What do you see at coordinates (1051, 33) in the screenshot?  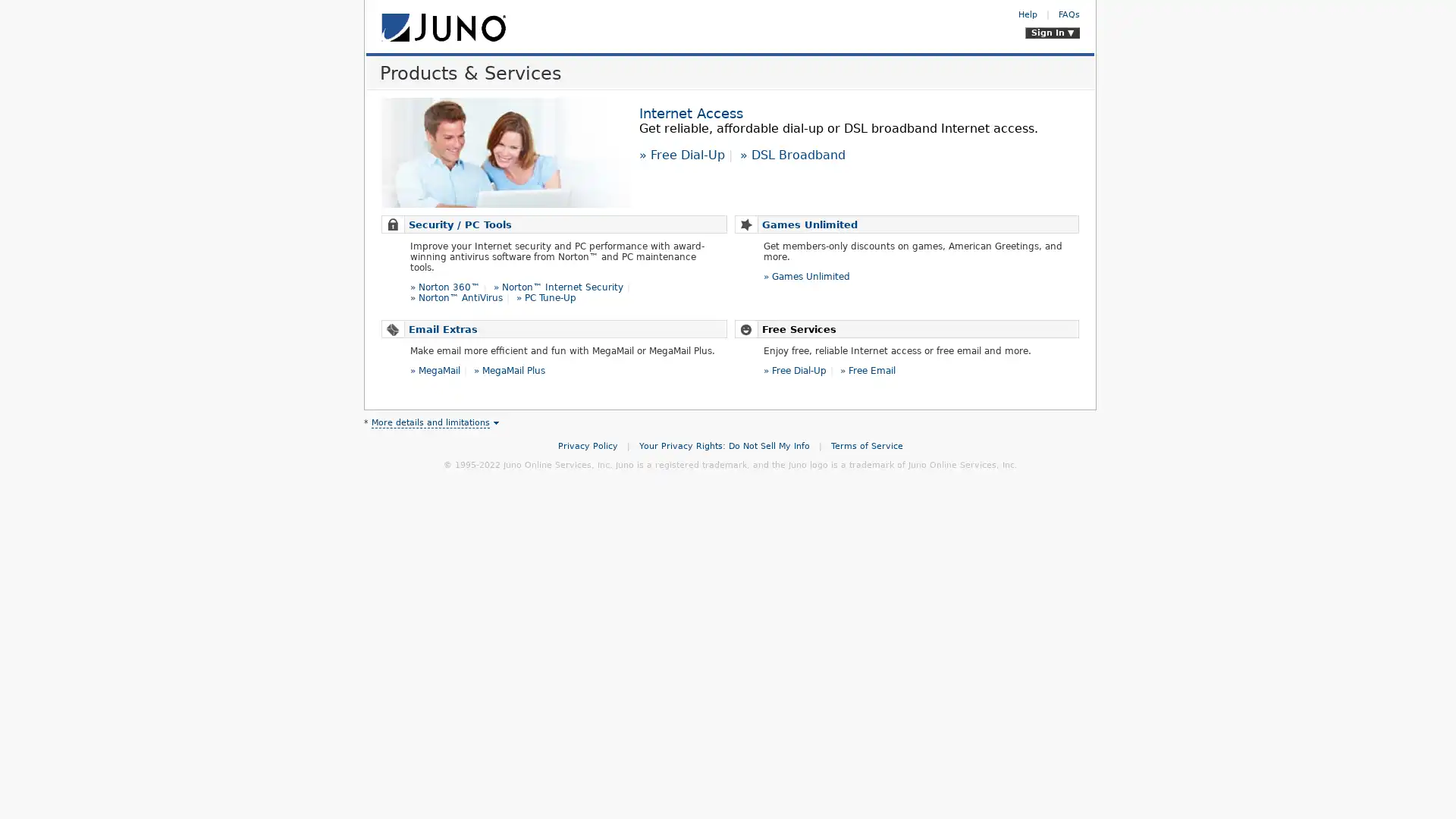 I see `Sign In` at bounding box center [1051, 33].